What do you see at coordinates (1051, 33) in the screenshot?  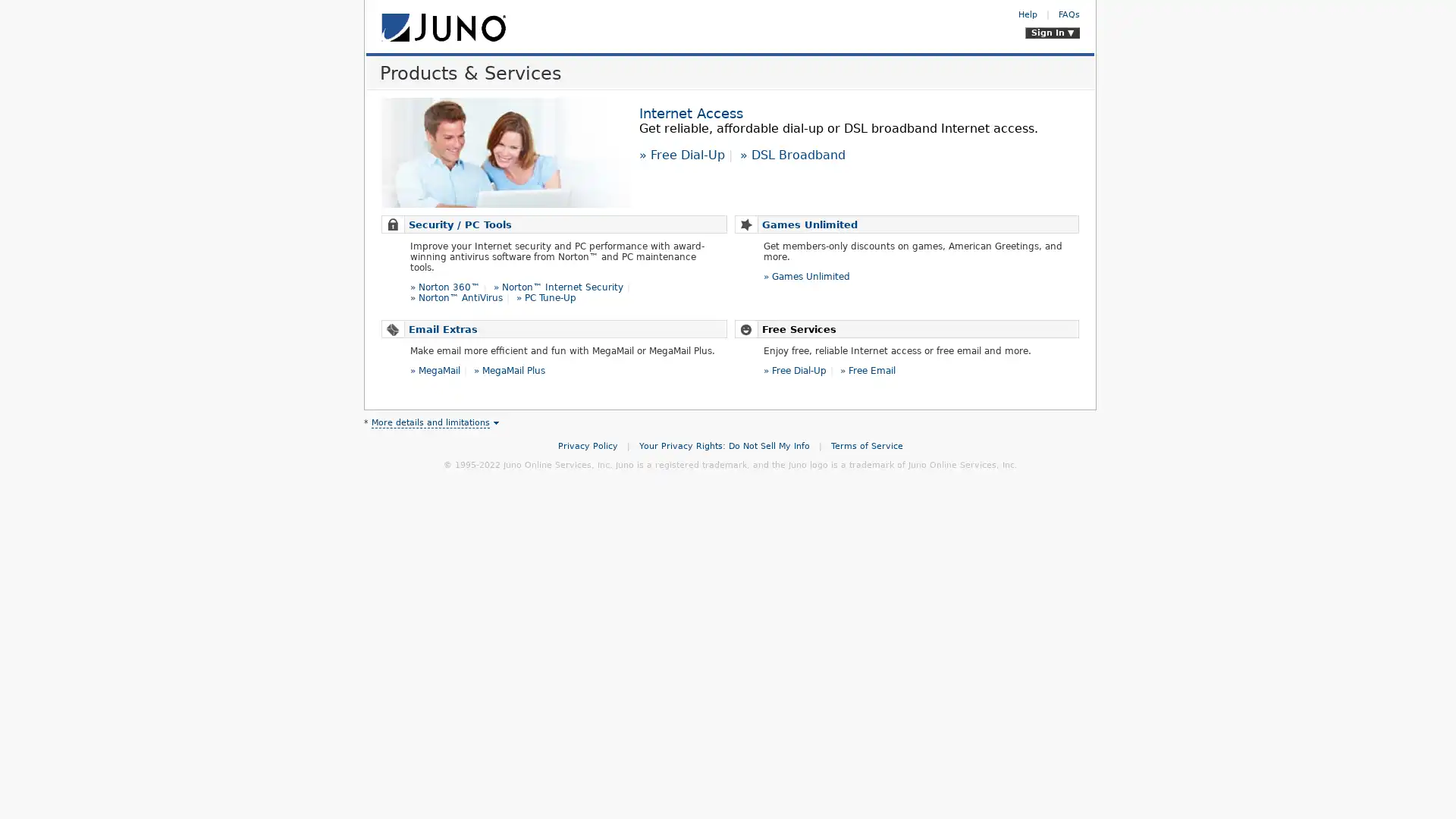 I see `Sign In` at bounding box center [1051, 33].